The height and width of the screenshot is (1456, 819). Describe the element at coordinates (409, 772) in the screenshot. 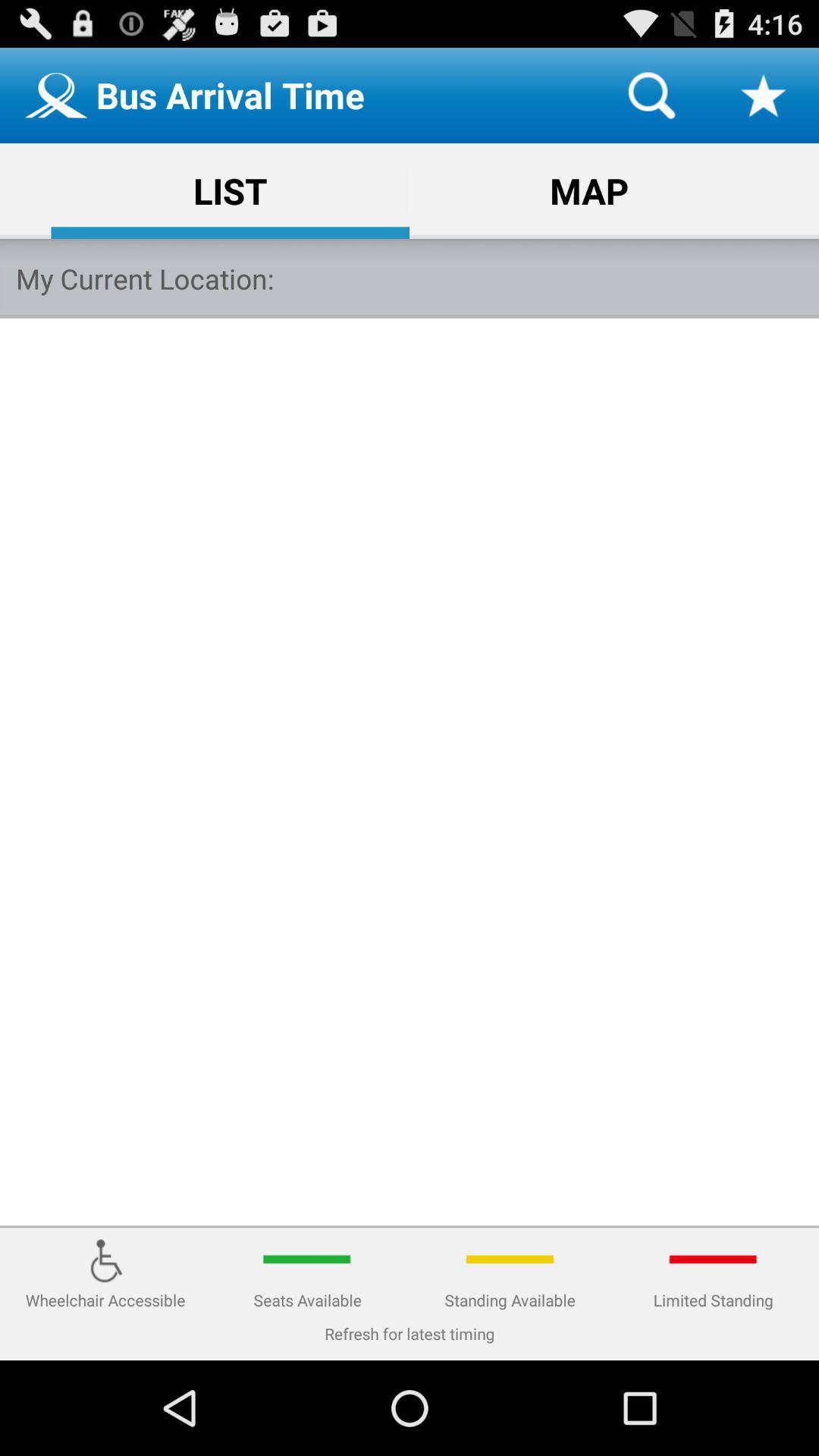

I see `the icon below my current location: item` at that location.